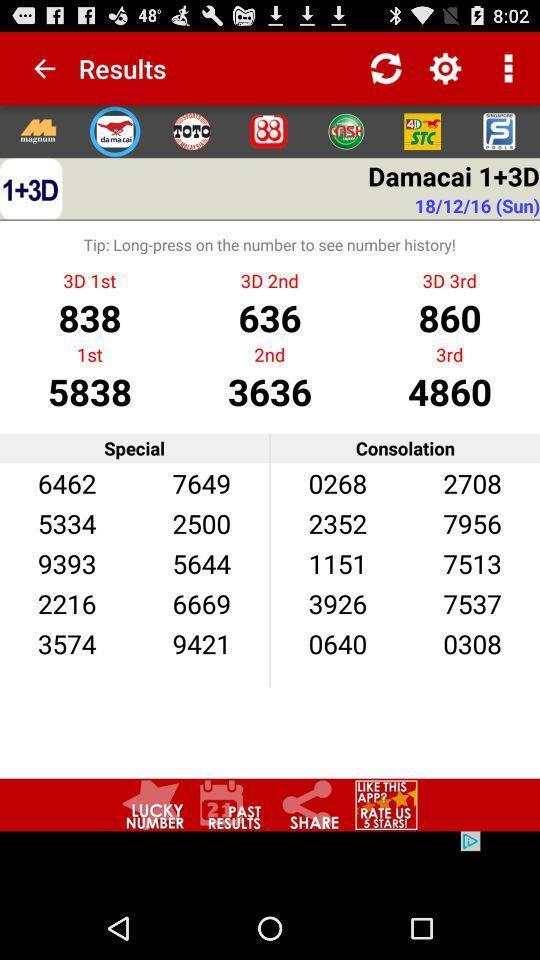 The image size is (540, 960). I want to click on the date_range icon, so click(230, 860).